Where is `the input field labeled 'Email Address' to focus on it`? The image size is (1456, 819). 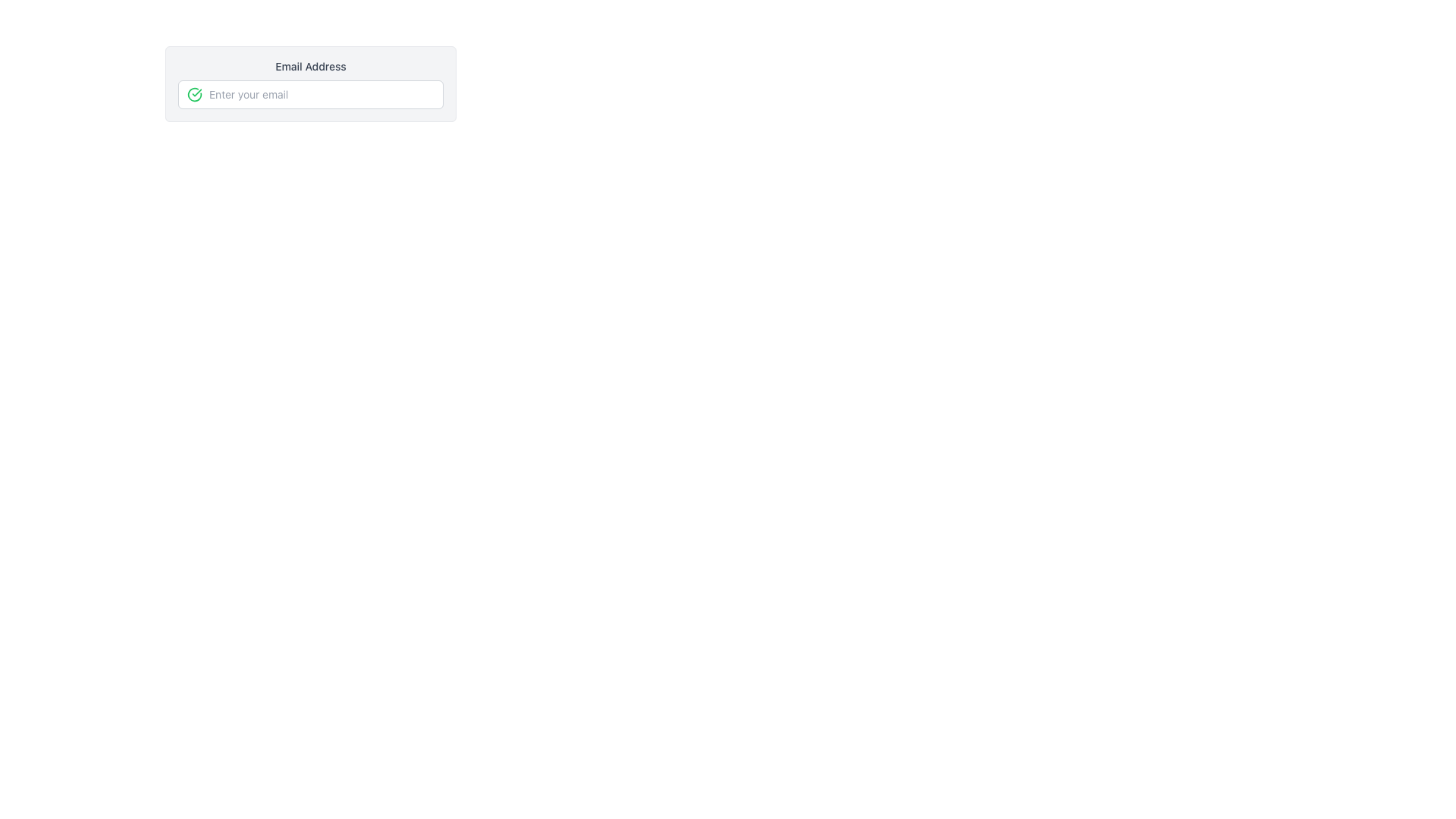
the input field labeled 'Email Address' to focus on it is located at coordinates (309, 84).